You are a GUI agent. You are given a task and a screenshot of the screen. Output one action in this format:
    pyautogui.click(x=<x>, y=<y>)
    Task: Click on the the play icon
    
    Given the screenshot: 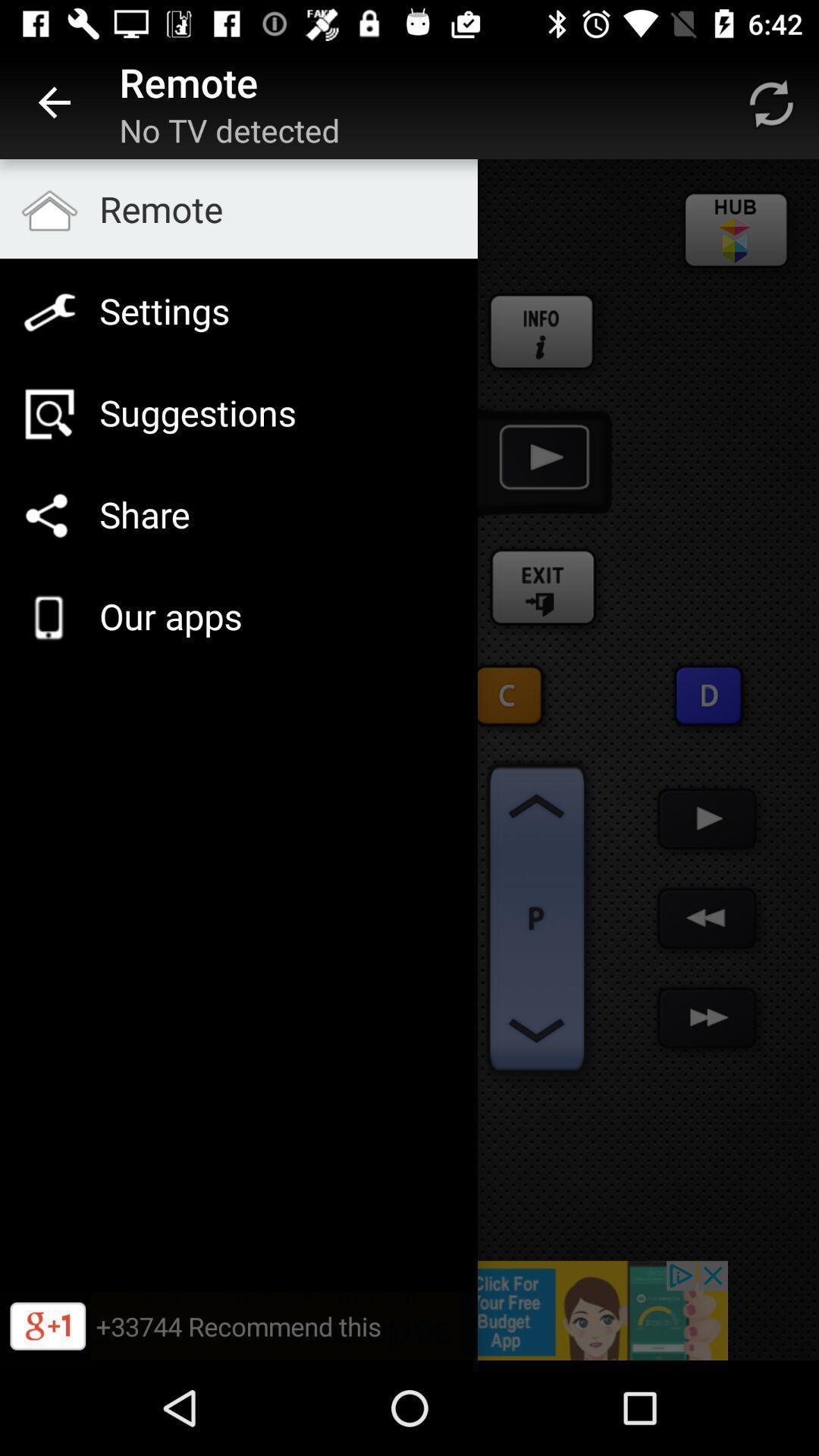 What is the action you would take?
    pyautogui.click(x=541, y=460)
    